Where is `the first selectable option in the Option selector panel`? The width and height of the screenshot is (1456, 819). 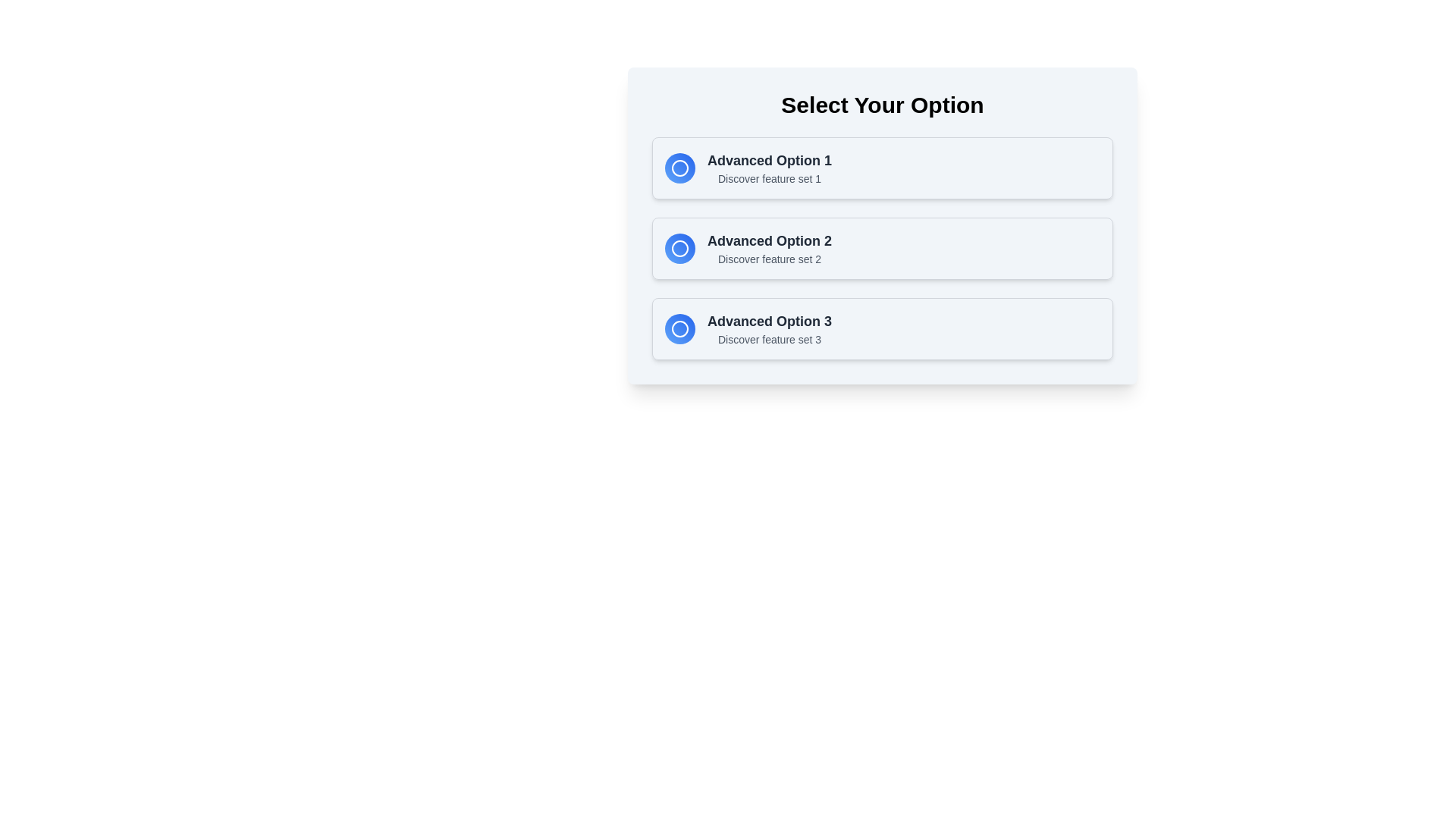 the first selectable option in the Option selector panel is located at coordinates (882, 168).